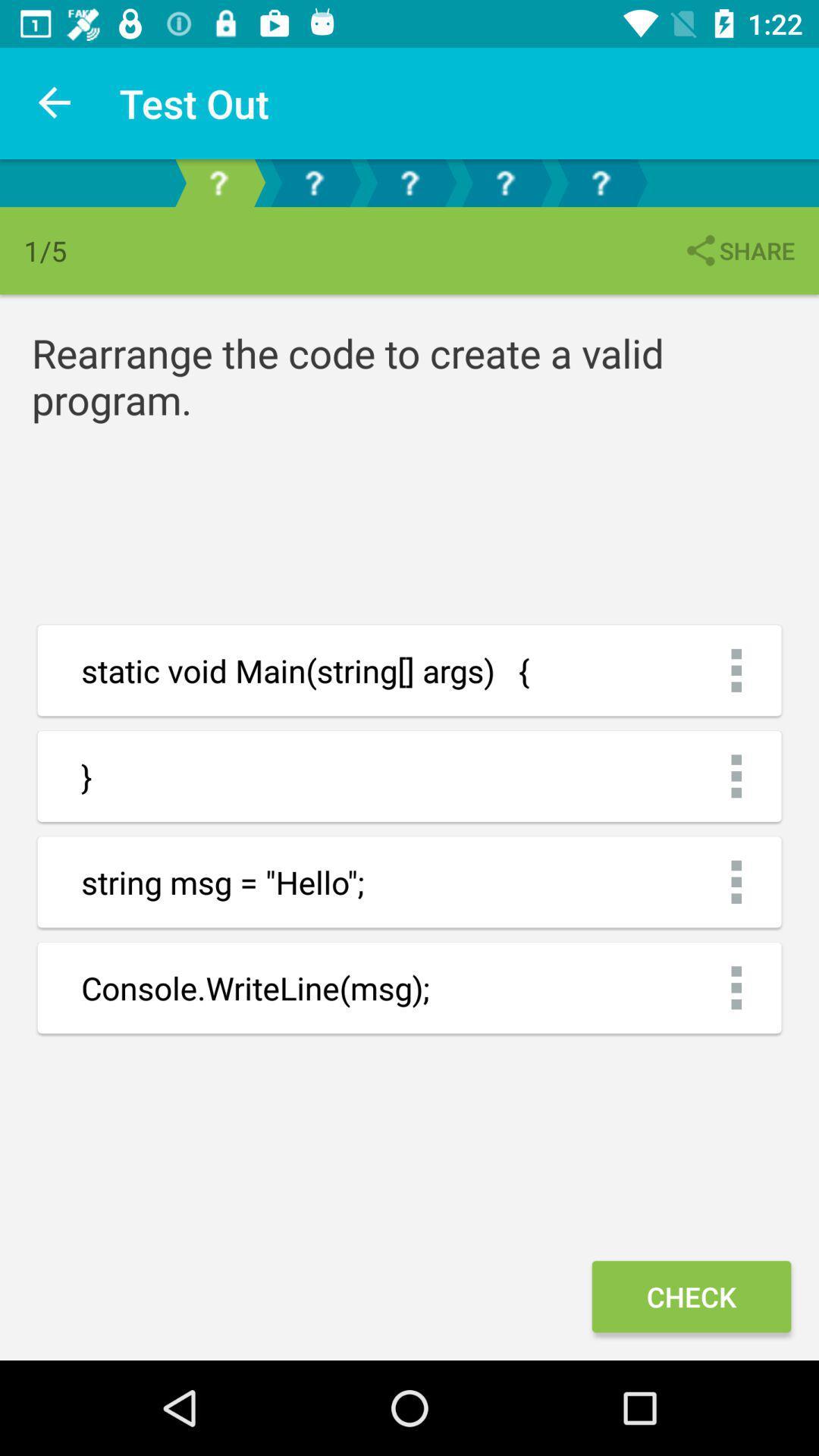 This screenshot has height=1456, width=819. Describe the element at coordinates (691, 1295) in the screenshot. I see `check item` at that location.